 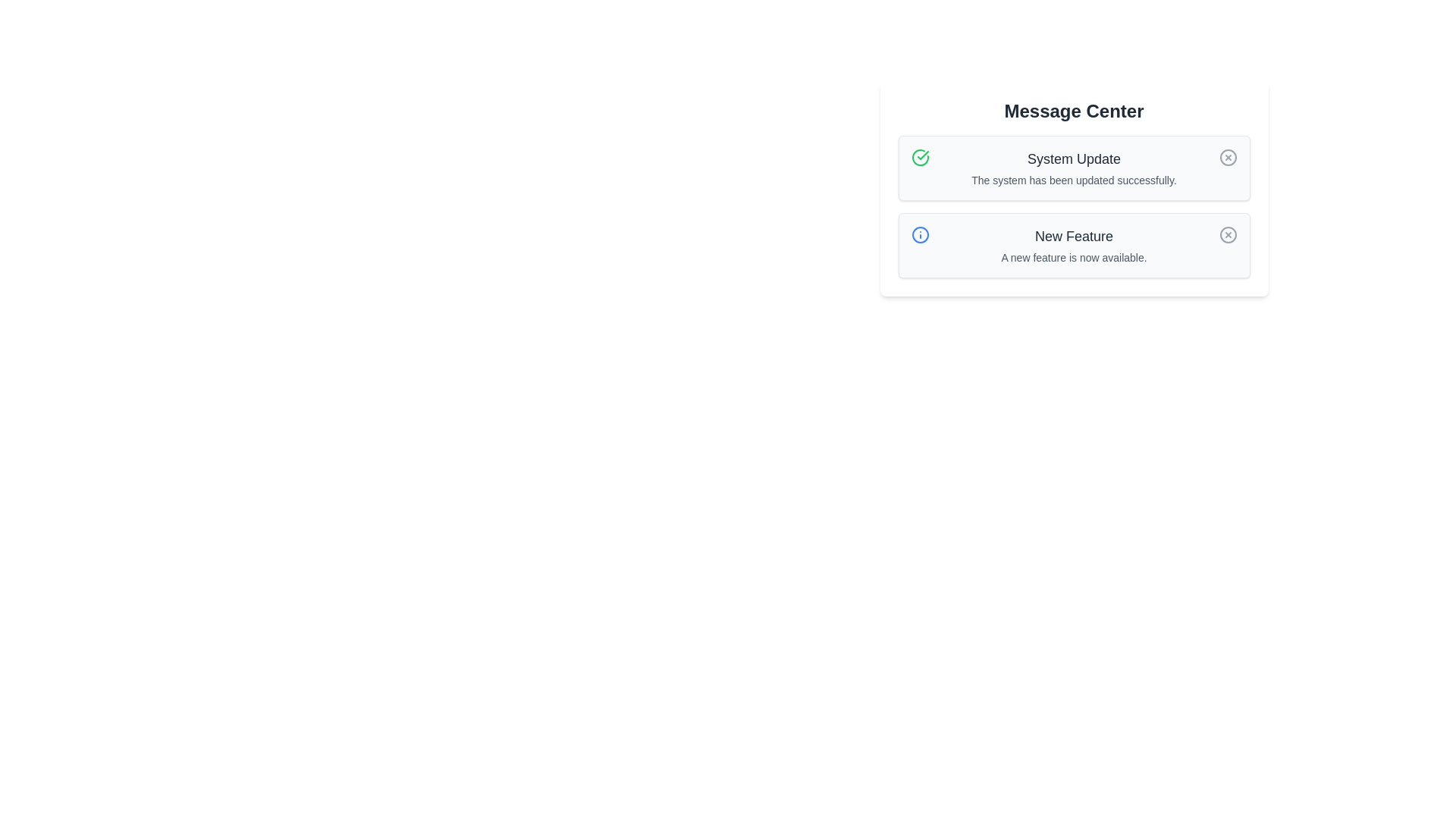 What do you see at coordinates (1073, 237) in the screenshot?
I see `the 'New Feature' text label in the notification card, which is prominently displayed in the center of the Message Center interface` at bounding box center [1073, 237].